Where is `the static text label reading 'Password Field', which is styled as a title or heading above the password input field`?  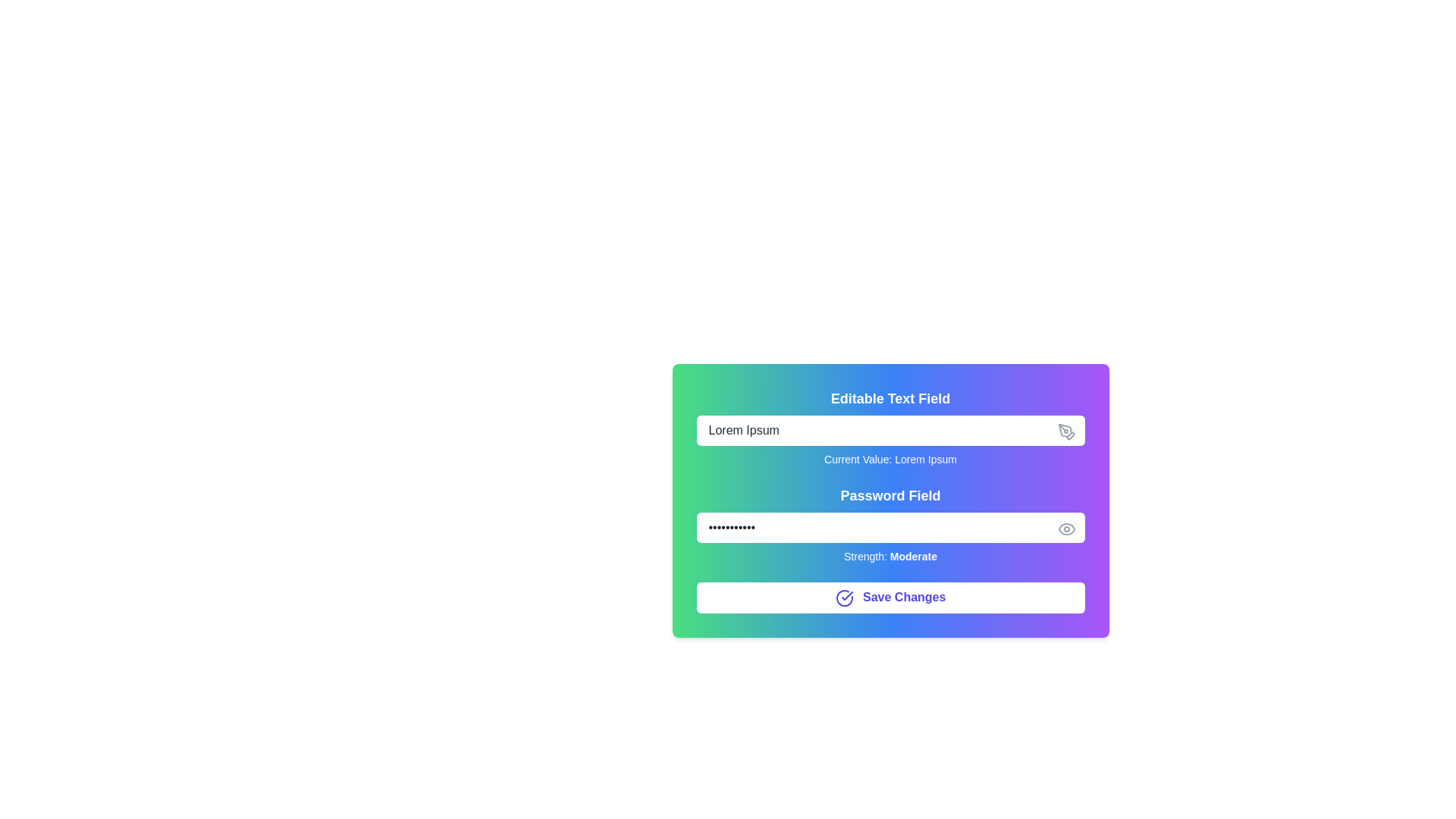
the static text label reading 'Password Field', which is styled as a title or heading above the password input field is located at coordinates (890, 496).